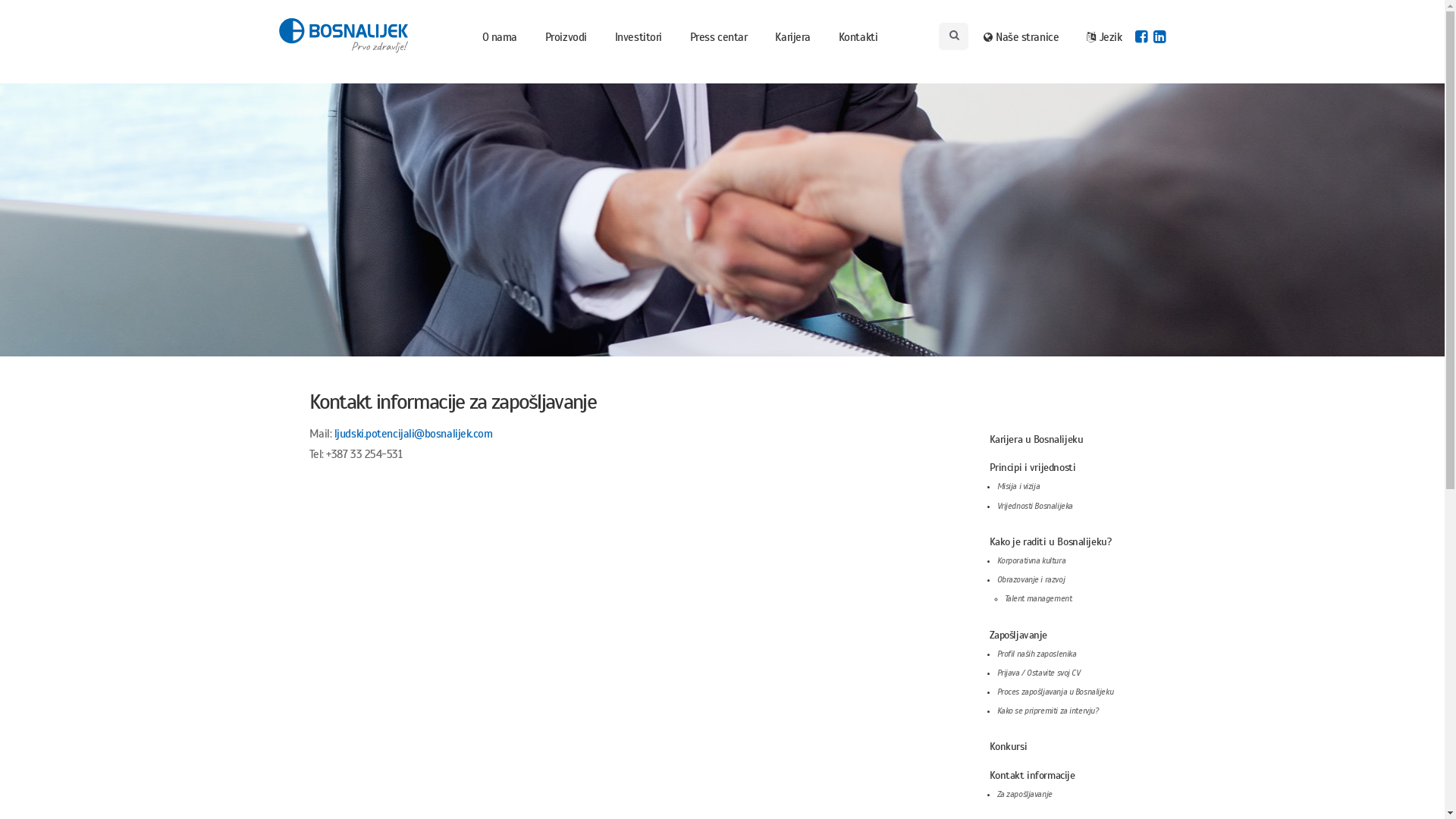 The image size is (1456, 819). Describe the element at coordinates (1031, 560) in the screenshot. I see `'Korporativna kultura'` at that location.